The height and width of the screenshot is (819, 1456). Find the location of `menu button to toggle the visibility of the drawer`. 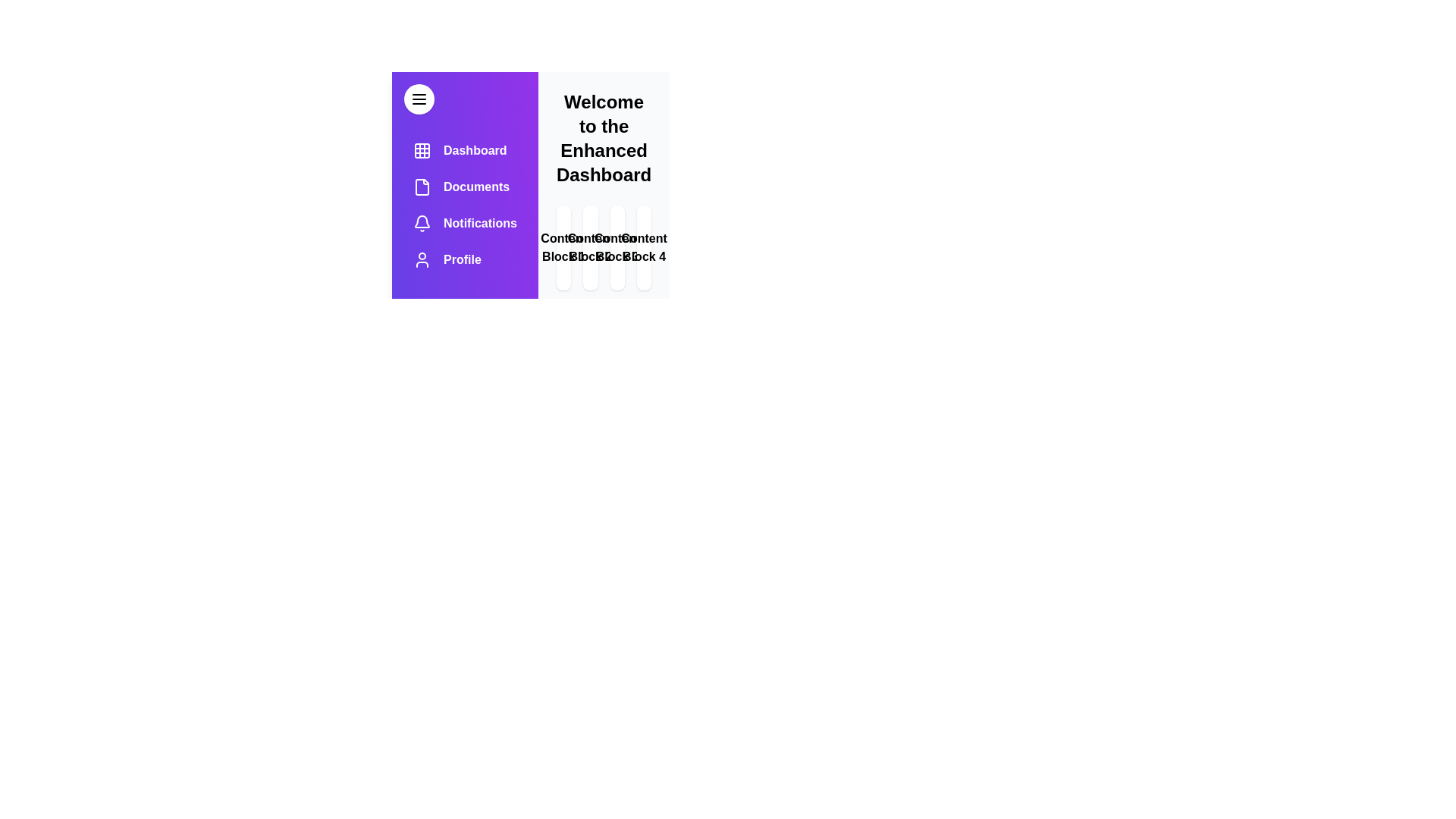

menu button to toggle the visibility of the drawer is located at coordinates (419, 99).